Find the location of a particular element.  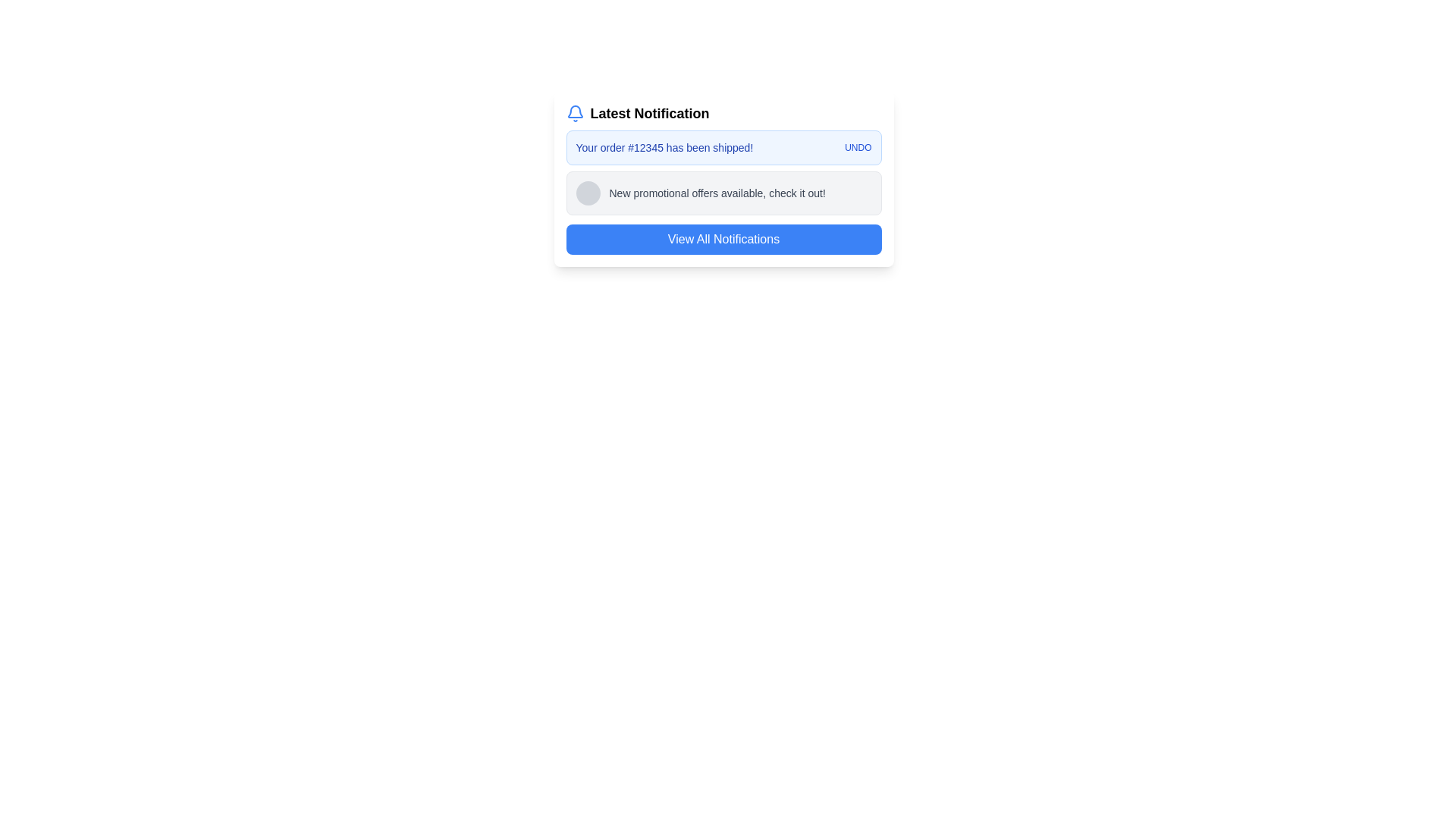

the third notification in the notification panel that informs users about new promotional offers, located between 'Your order #12345 has been shipped! UNDO' and 'View All Notifications' is located at coordinates (723, 192).